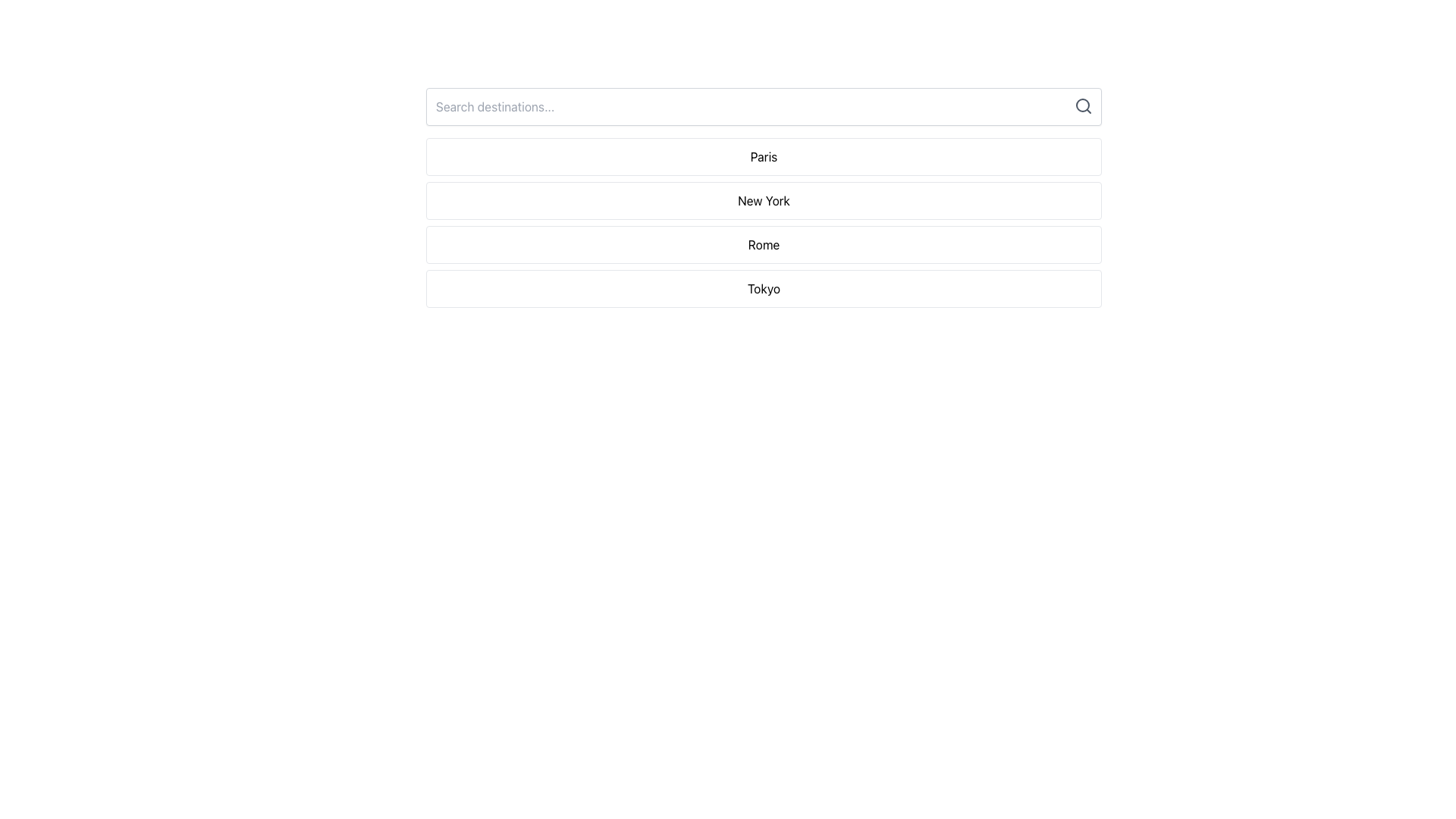  Describe the element at coordinates (1082, 104) in the screenshot. I see `the Circle SVG element that represents the lens part of the search icon, aiding in the recognition of the input field's purpose` at that location.